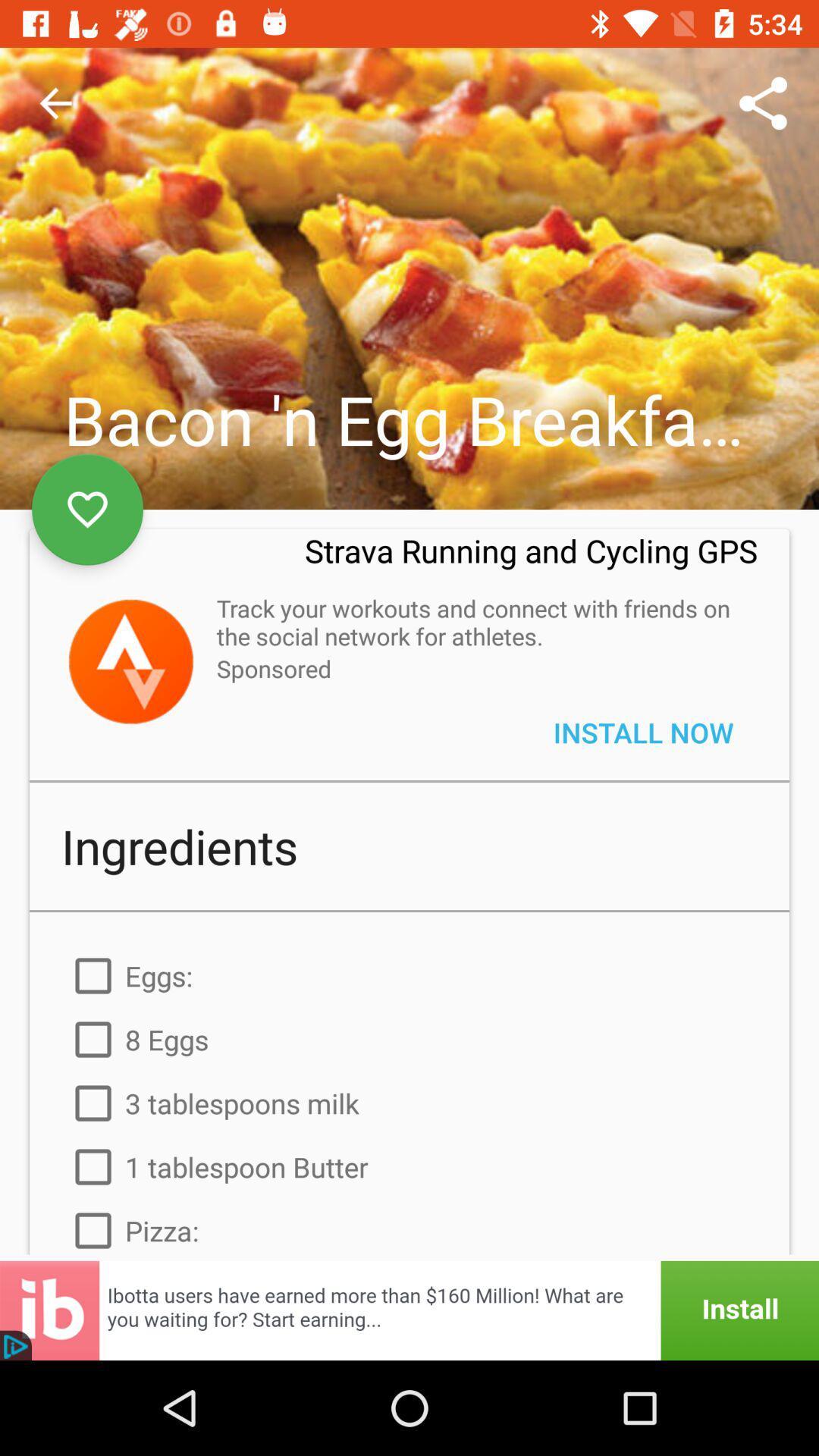  Describe the element at coordinates (130, 661) in the screenshot. I see `connect with friends` at that location.